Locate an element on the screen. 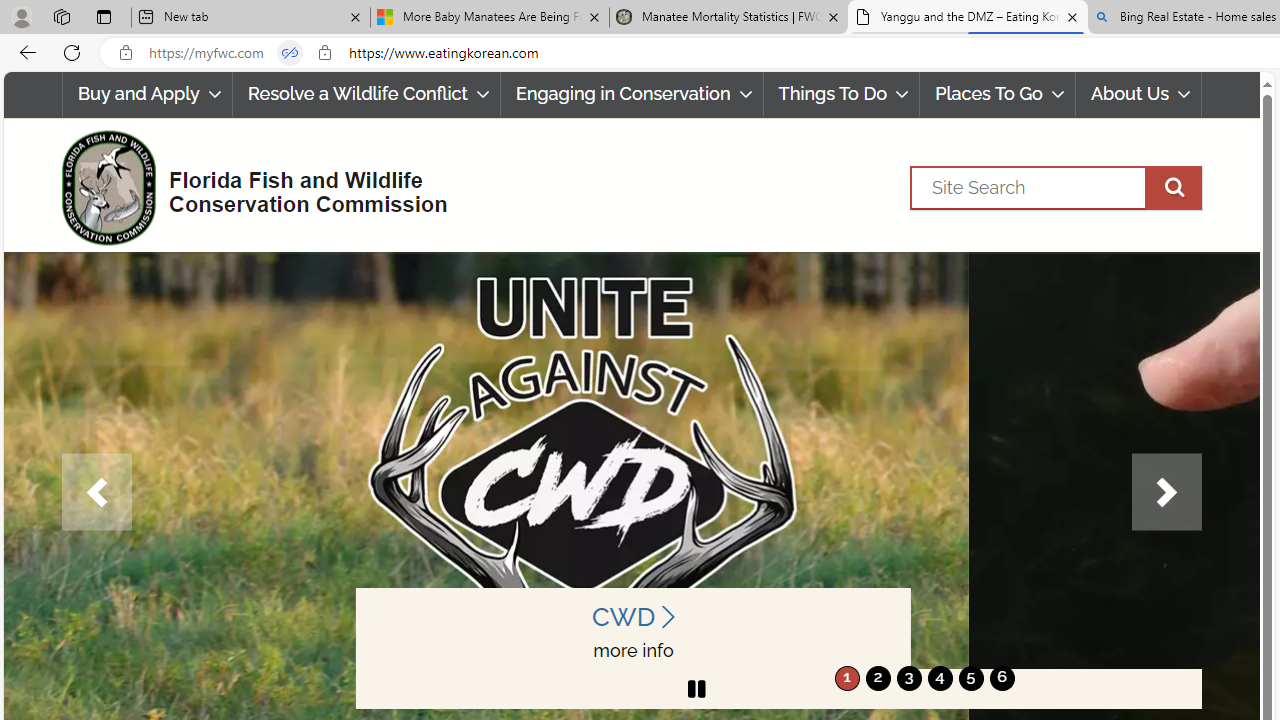 The height and width of the screenshot is (720, 1280). 'execute site search' is located at coordinates (1173, 187).